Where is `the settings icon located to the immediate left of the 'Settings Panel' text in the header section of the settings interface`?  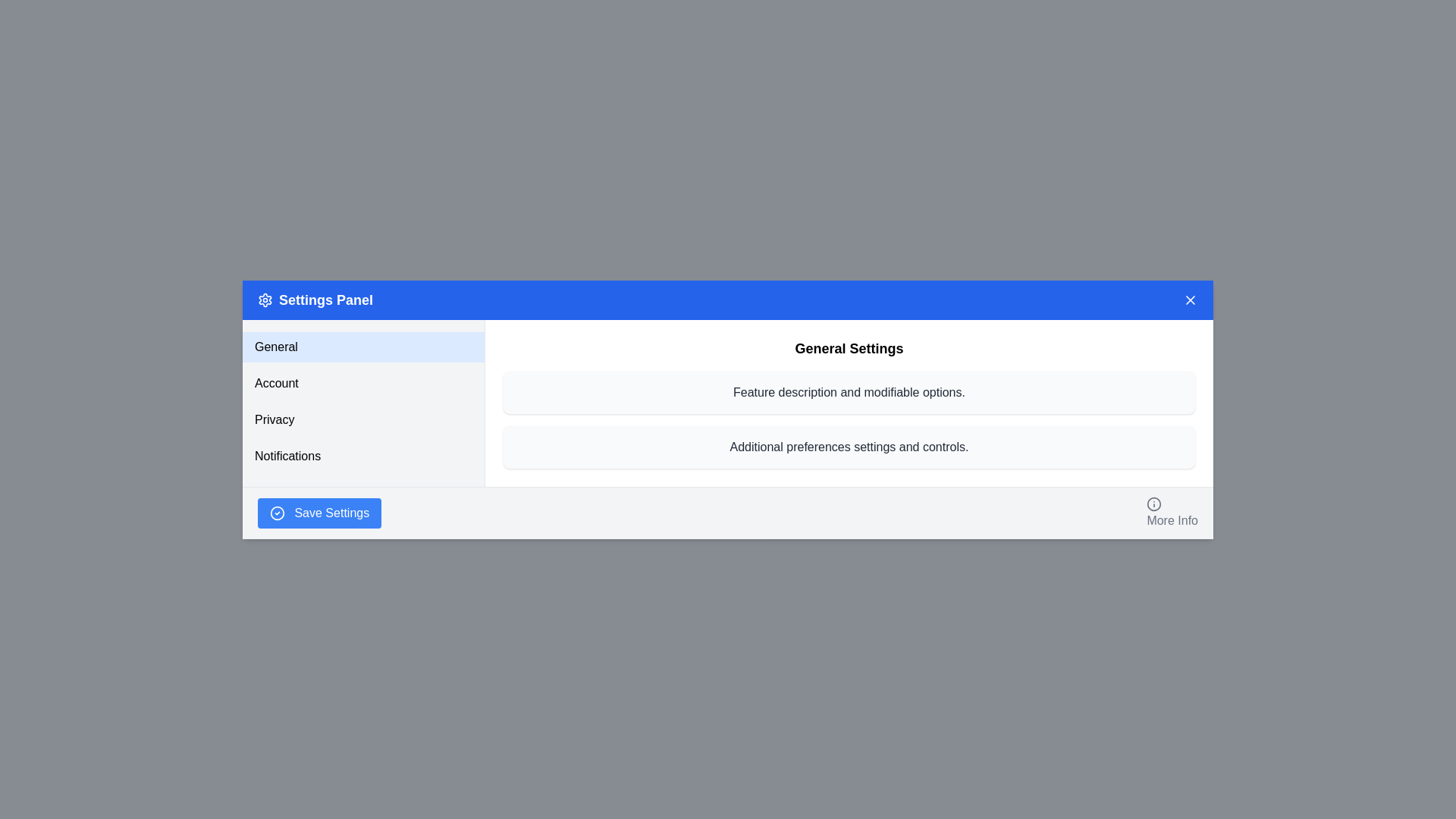
the settings icon located to the immediate left of the 'Settings Panel' text in the header section of the settings interface is located at coordinates (265, 299).